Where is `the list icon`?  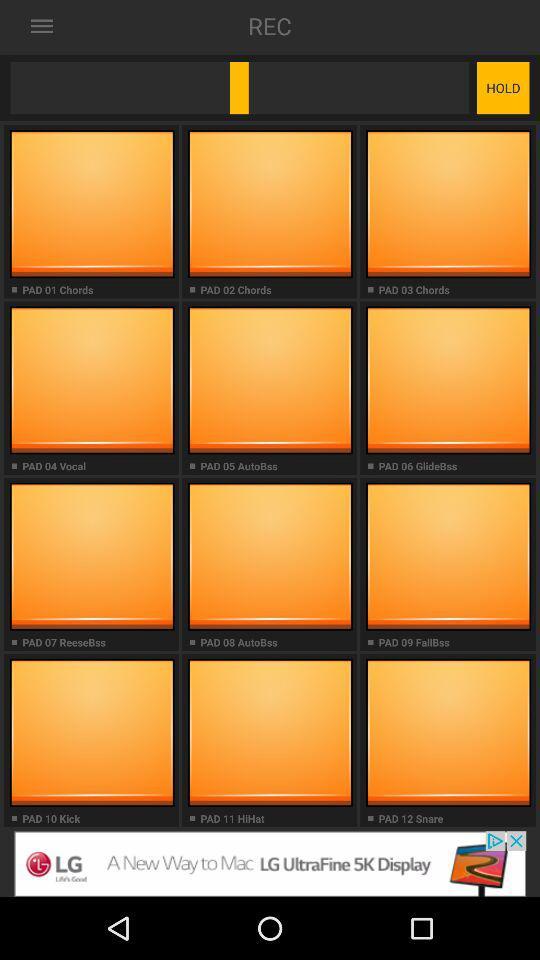 the list icon is located at coordinates (42, 27).